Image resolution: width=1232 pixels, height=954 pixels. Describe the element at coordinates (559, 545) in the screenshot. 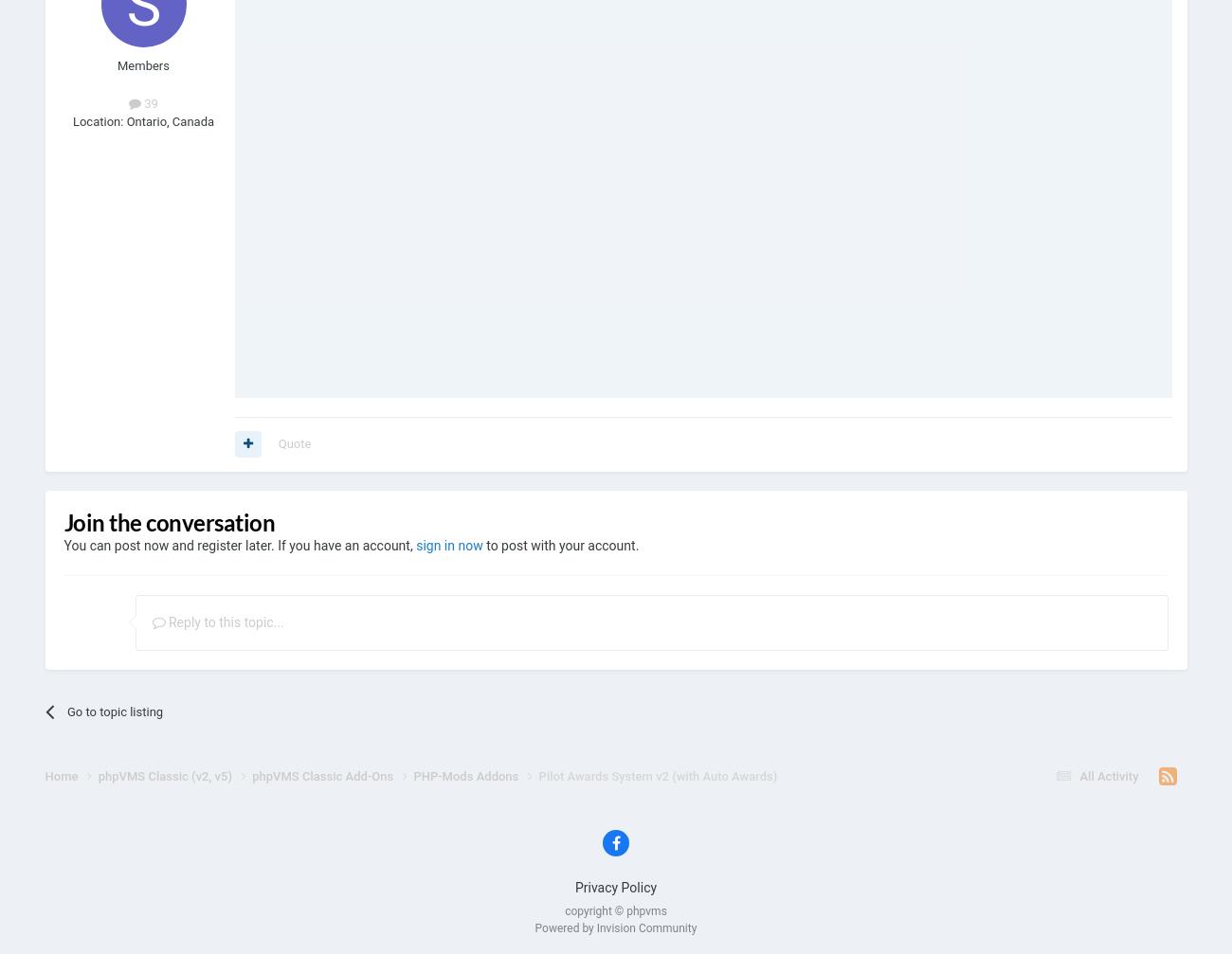

I see `'to post with your account.'` at that location.